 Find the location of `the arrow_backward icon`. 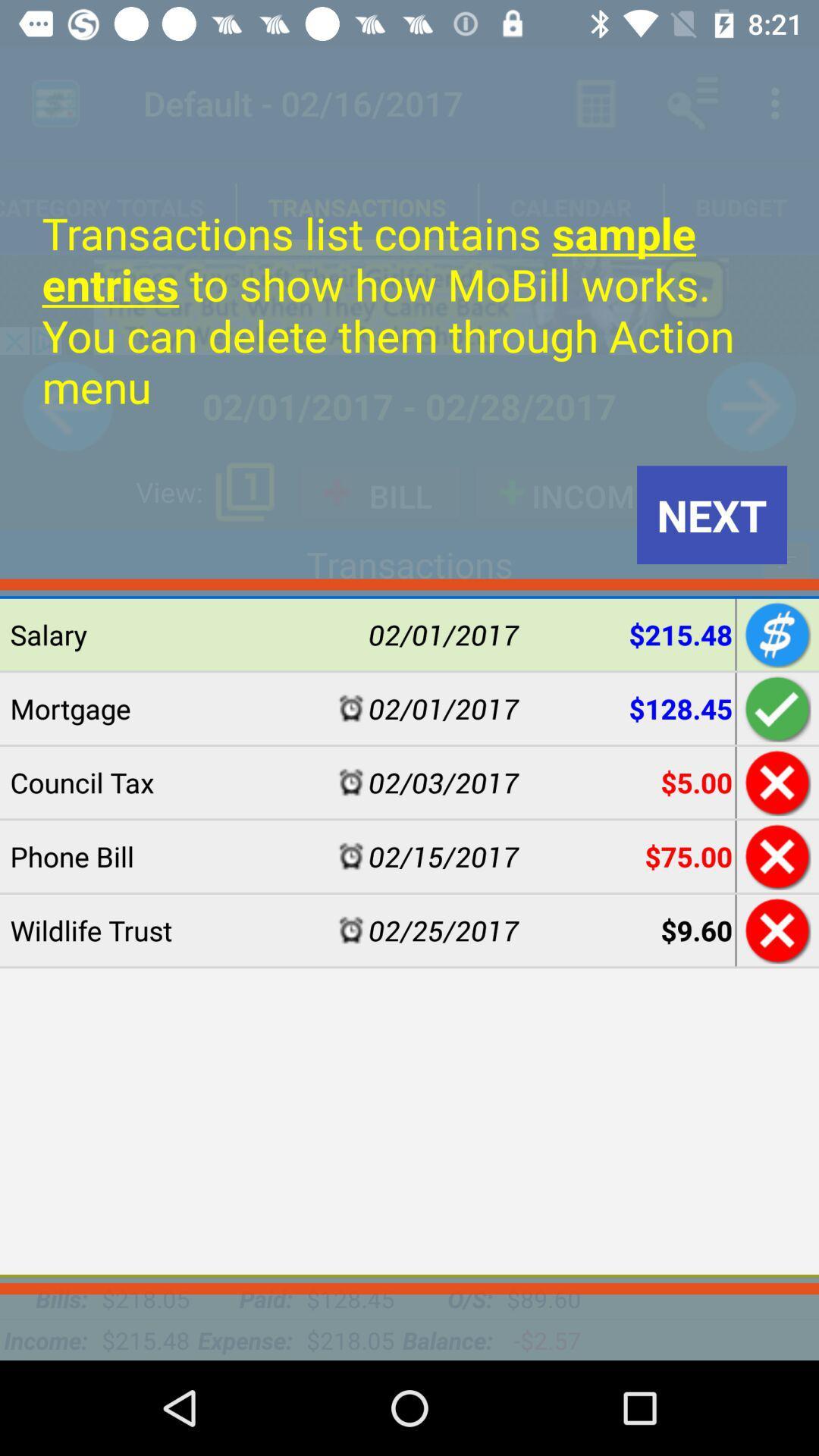

the arrow_backward icon is located at coordinates (67, 406).